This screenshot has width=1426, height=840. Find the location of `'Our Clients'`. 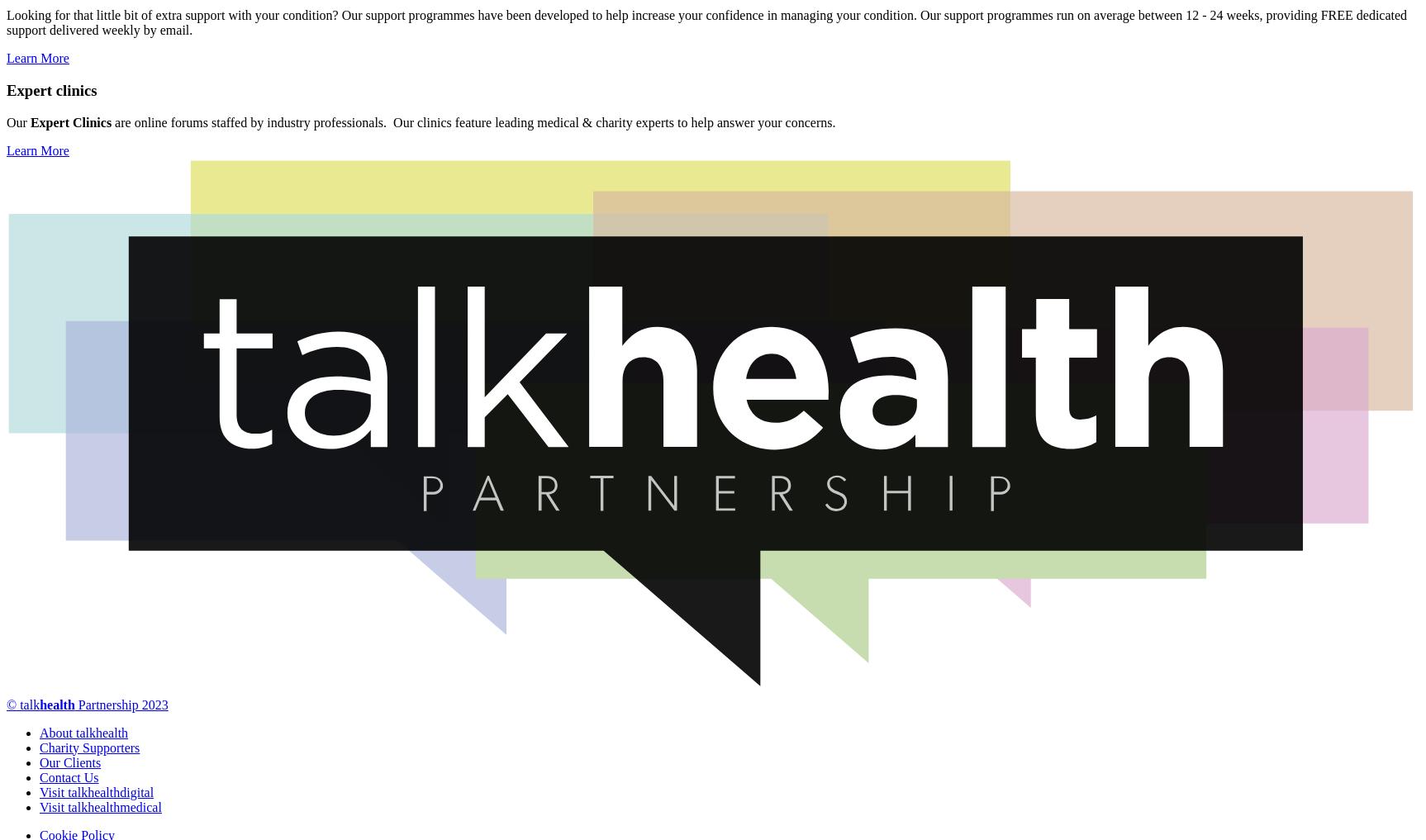

'Our Clients' is located at coordinates (69, 761).